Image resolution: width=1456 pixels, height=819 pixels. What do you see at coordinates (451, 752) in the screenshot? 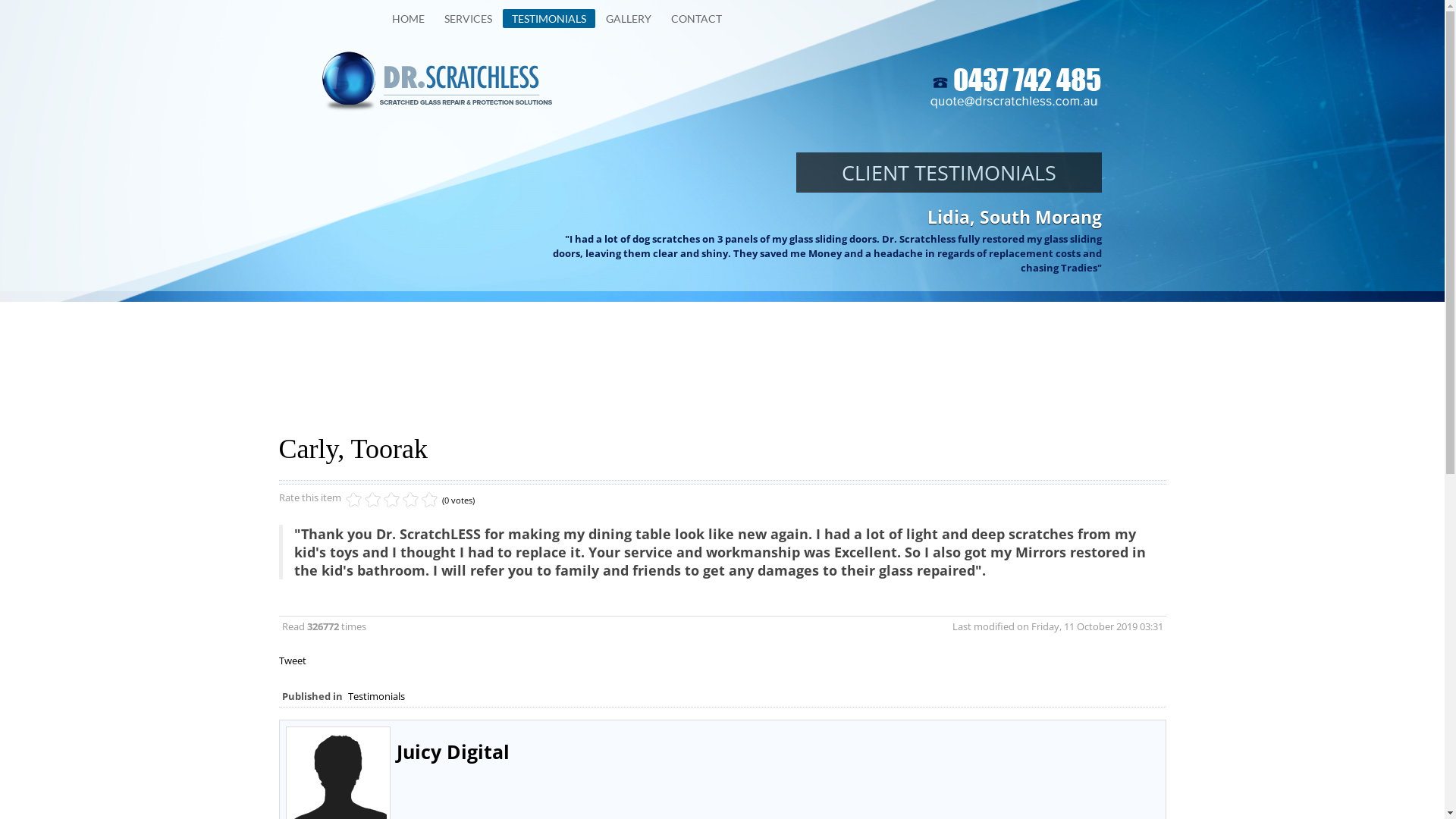
I see `'Juicy Digital'` at bounding box center [451, 752].